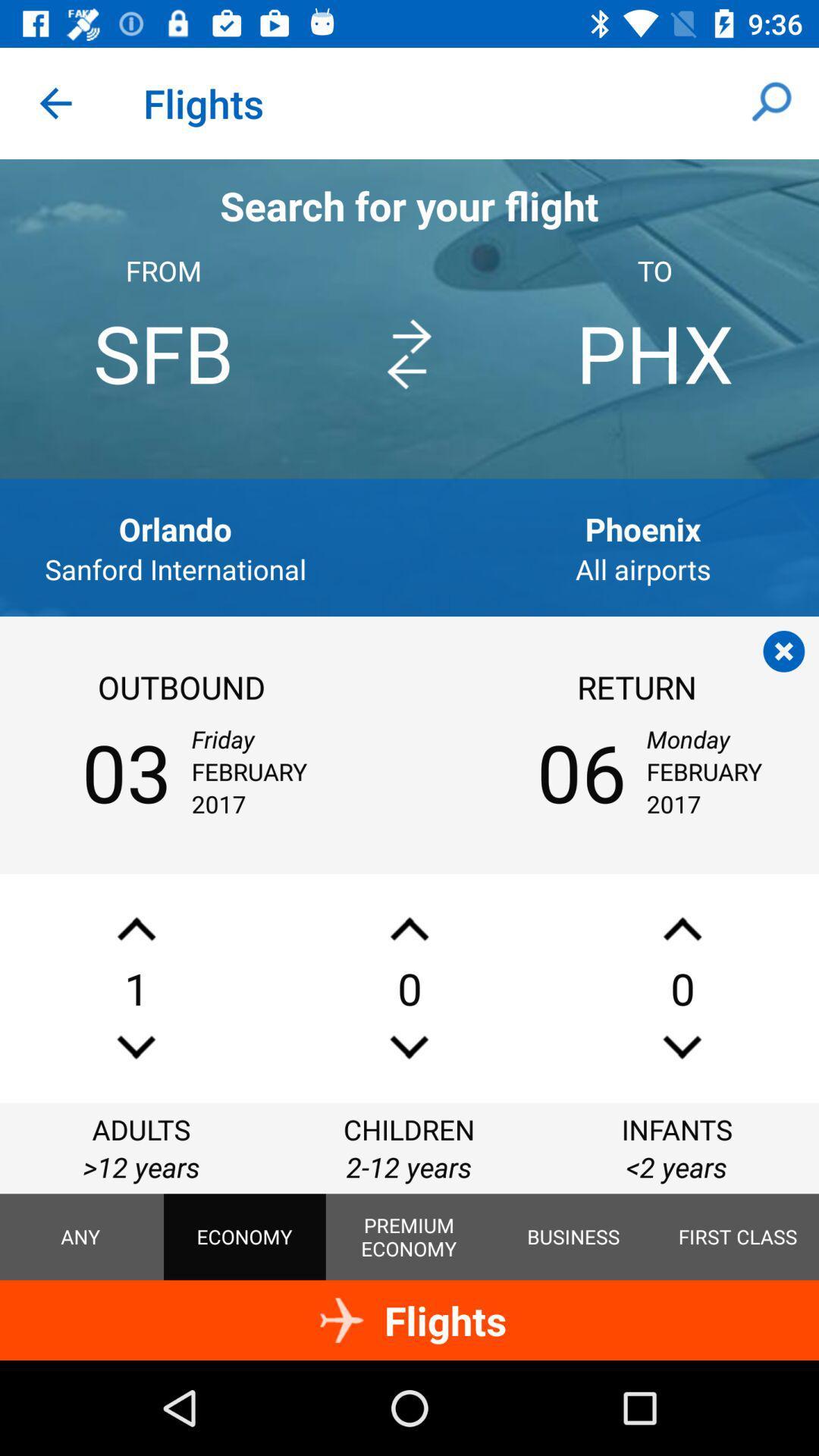 Image resolution: width=819 pixels, height=1456 pixels. I want to click on children for flight, so click(409, 928).